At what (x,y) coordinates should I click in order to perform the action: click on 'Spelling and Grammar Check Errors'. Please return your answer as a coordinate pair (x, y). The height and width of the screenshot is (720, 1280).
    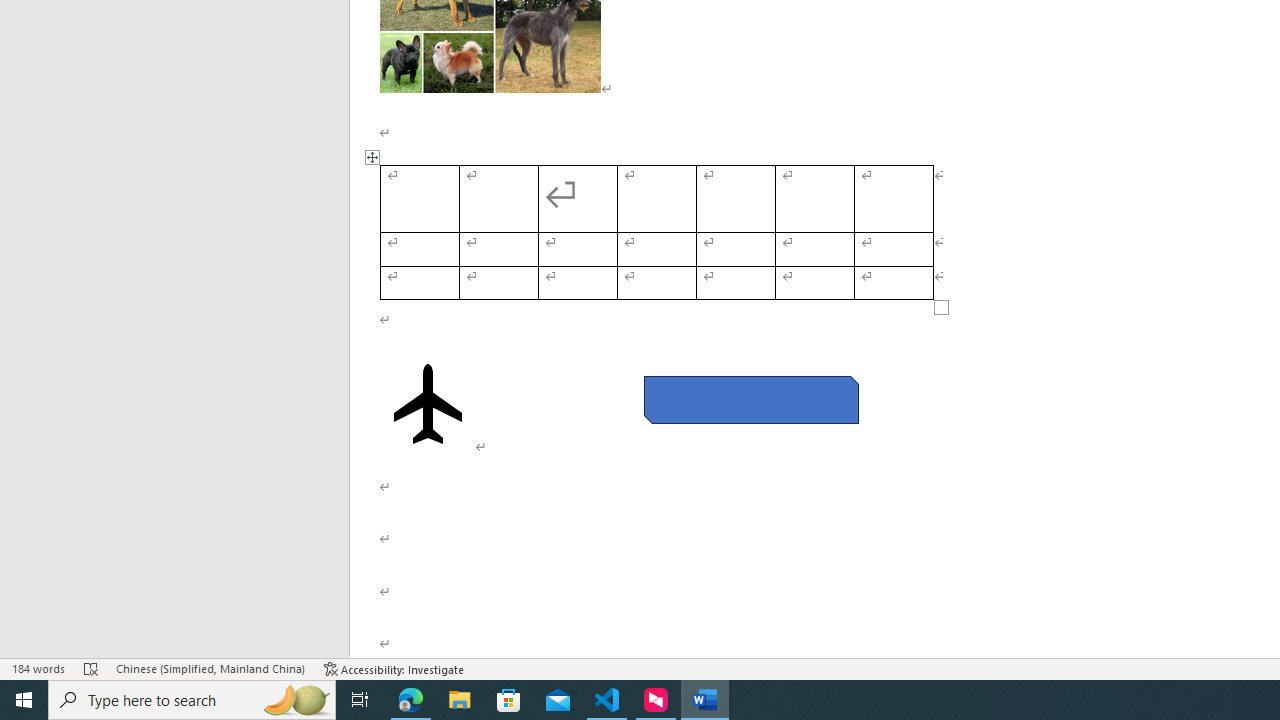
    Looking at the image, I should click on (90, 669).